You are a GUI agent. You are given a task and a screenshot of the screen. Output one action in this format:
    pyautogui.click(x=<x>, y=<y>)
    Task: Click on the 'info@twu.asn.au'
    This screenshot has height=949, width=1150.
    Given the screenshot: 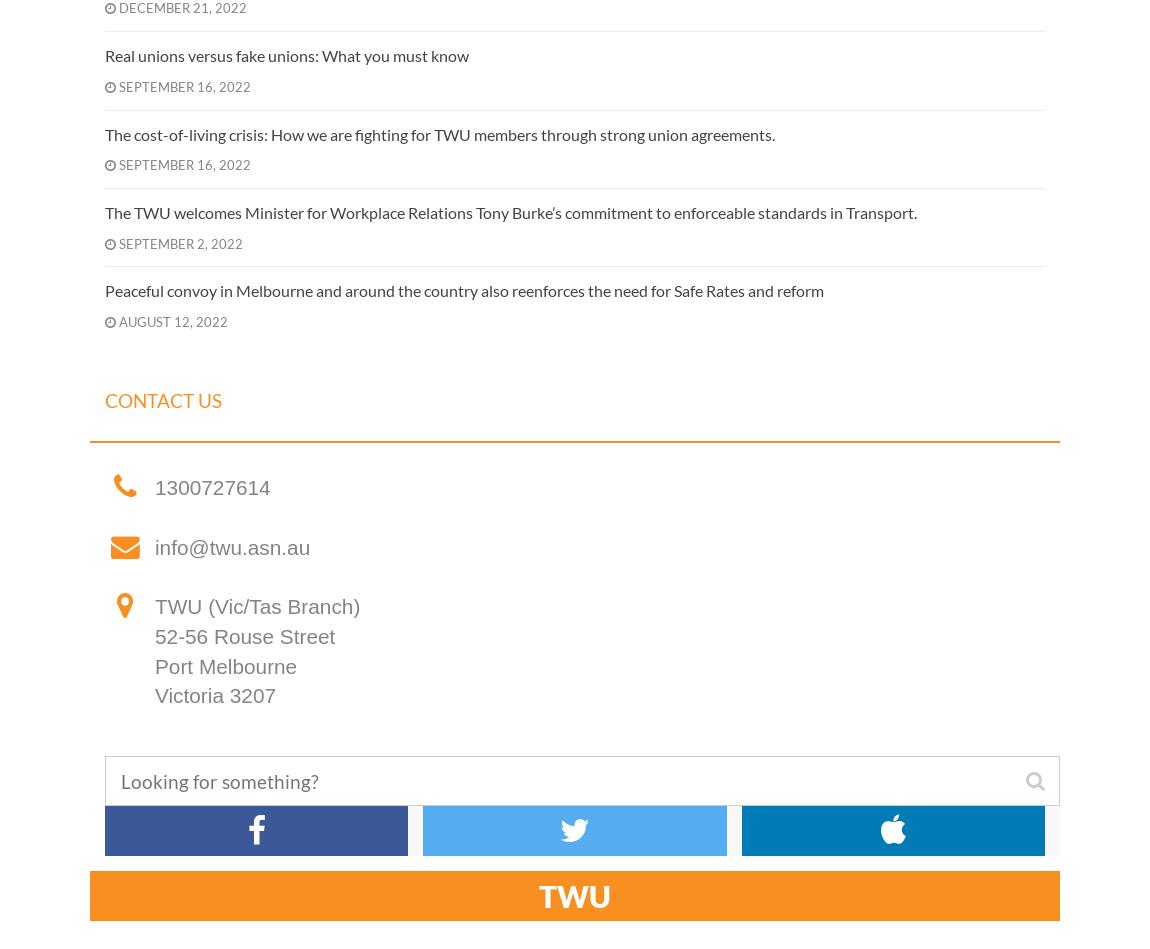 What is the action you would take?
    pyautogui.click(x=231, y=545)
    